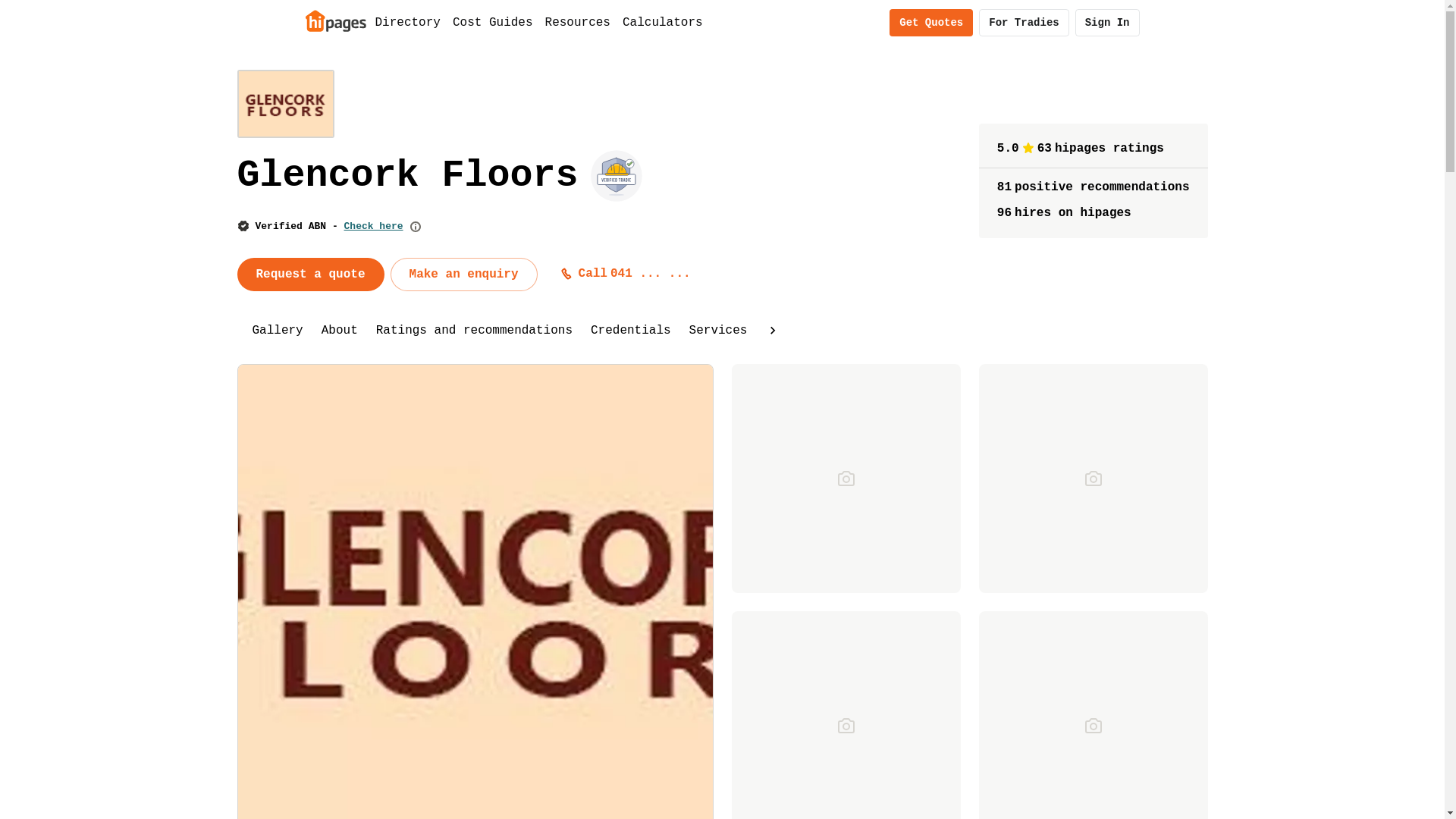  Describe the element at coordinates (717, 329) in the screenshot. I see `'Services'` at that location.